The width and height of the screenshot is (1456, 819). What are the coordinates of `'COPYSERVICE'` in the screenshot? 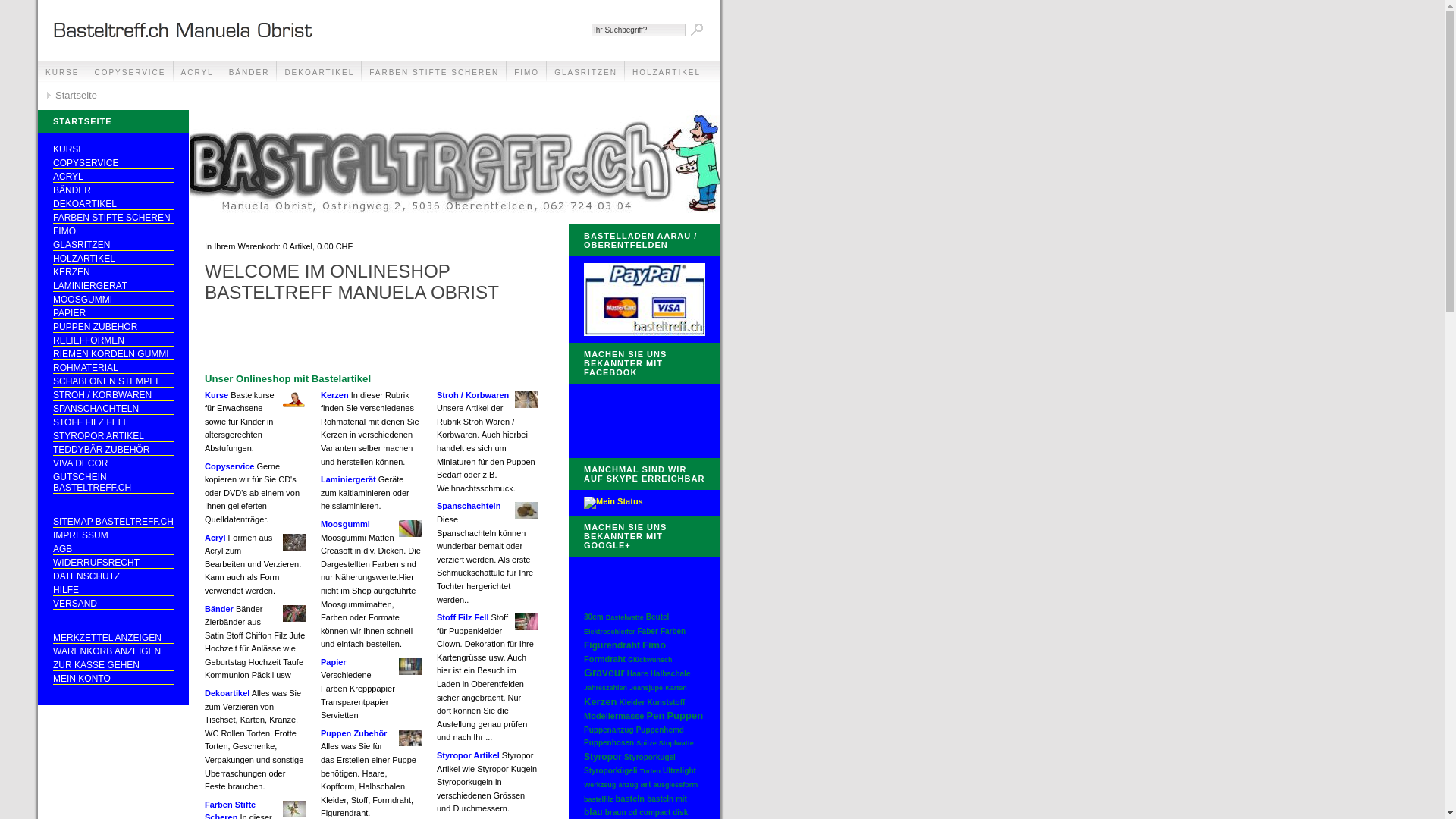 It's located at (112, 163).